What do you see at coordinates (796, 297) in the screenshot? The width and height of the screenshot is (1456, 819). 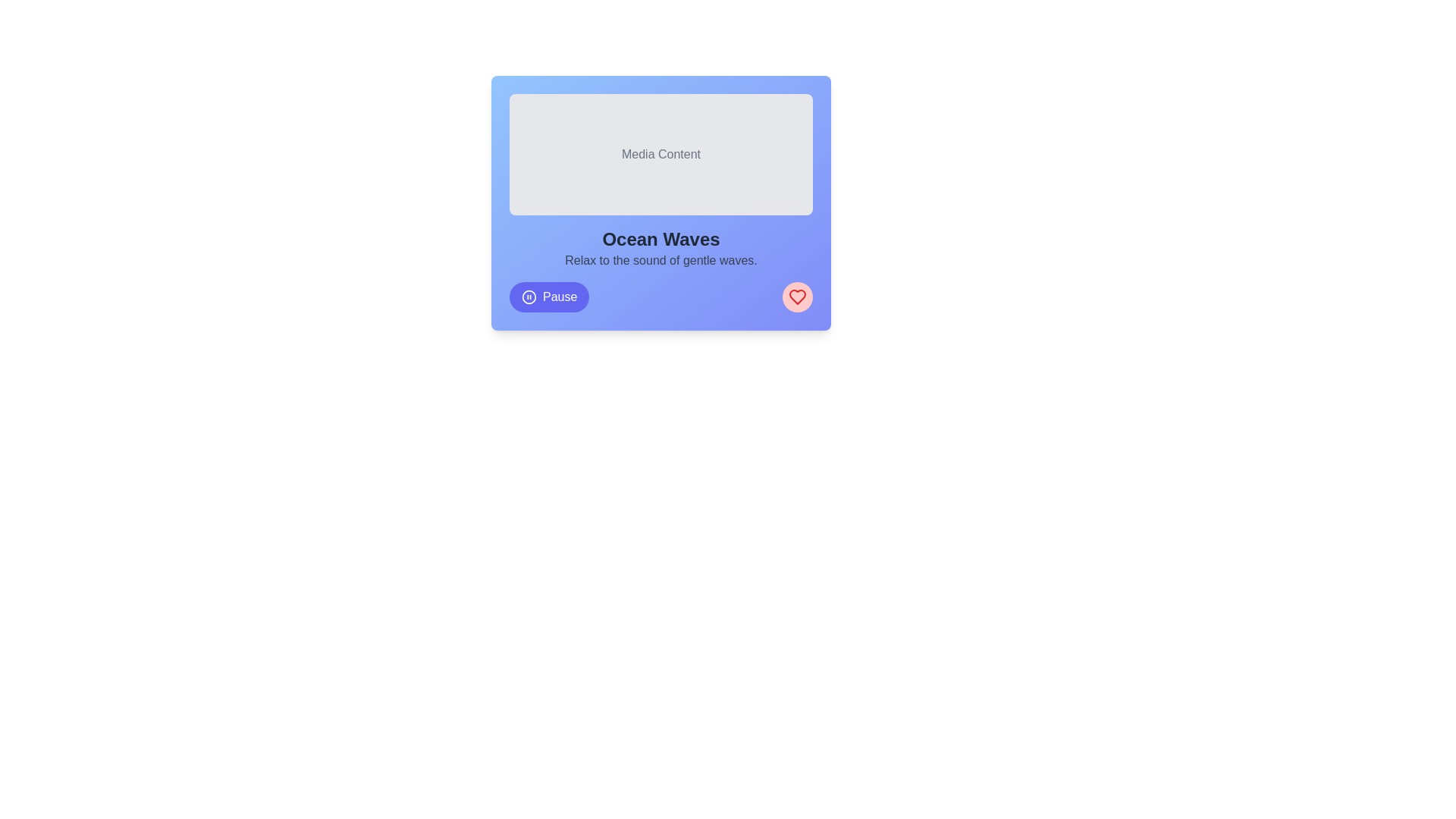 I see `the 'like' or 'favorite' button located in the bottom-right corner of the card layout` at bounding box center [796, 297].